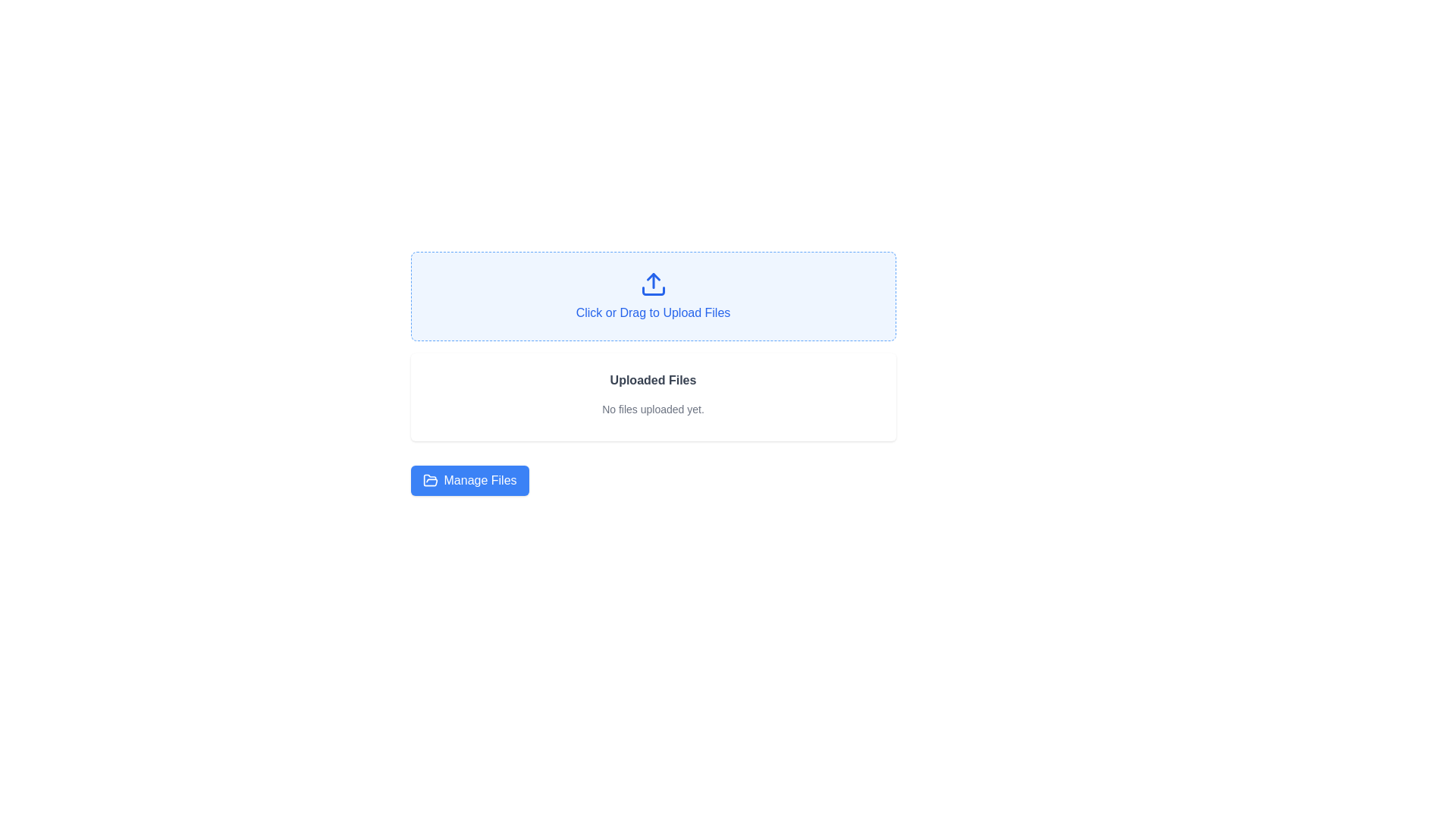 The width and height of the screenshot is (1456, 819). I want to click on and drop files onto the clickable text component labeled 'Click or Drag, so click(653, 301).